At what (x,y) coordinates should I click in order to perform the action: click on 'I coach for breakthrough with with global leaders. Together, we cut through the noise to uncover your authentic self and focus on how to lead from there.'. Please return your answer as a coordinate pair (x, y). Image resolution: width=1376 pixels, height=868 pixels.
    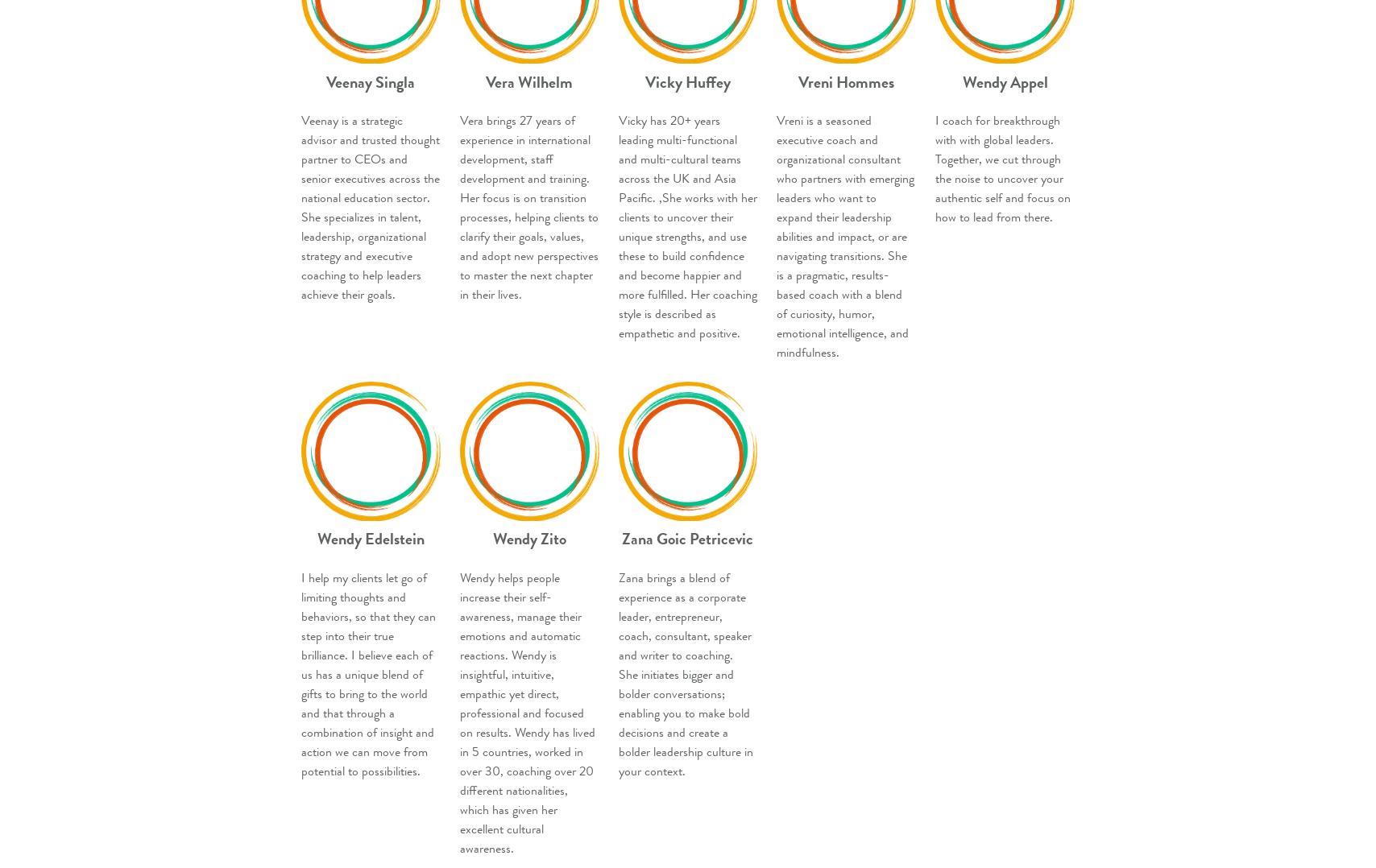
    Looking at the image, I should click on (935, 168).